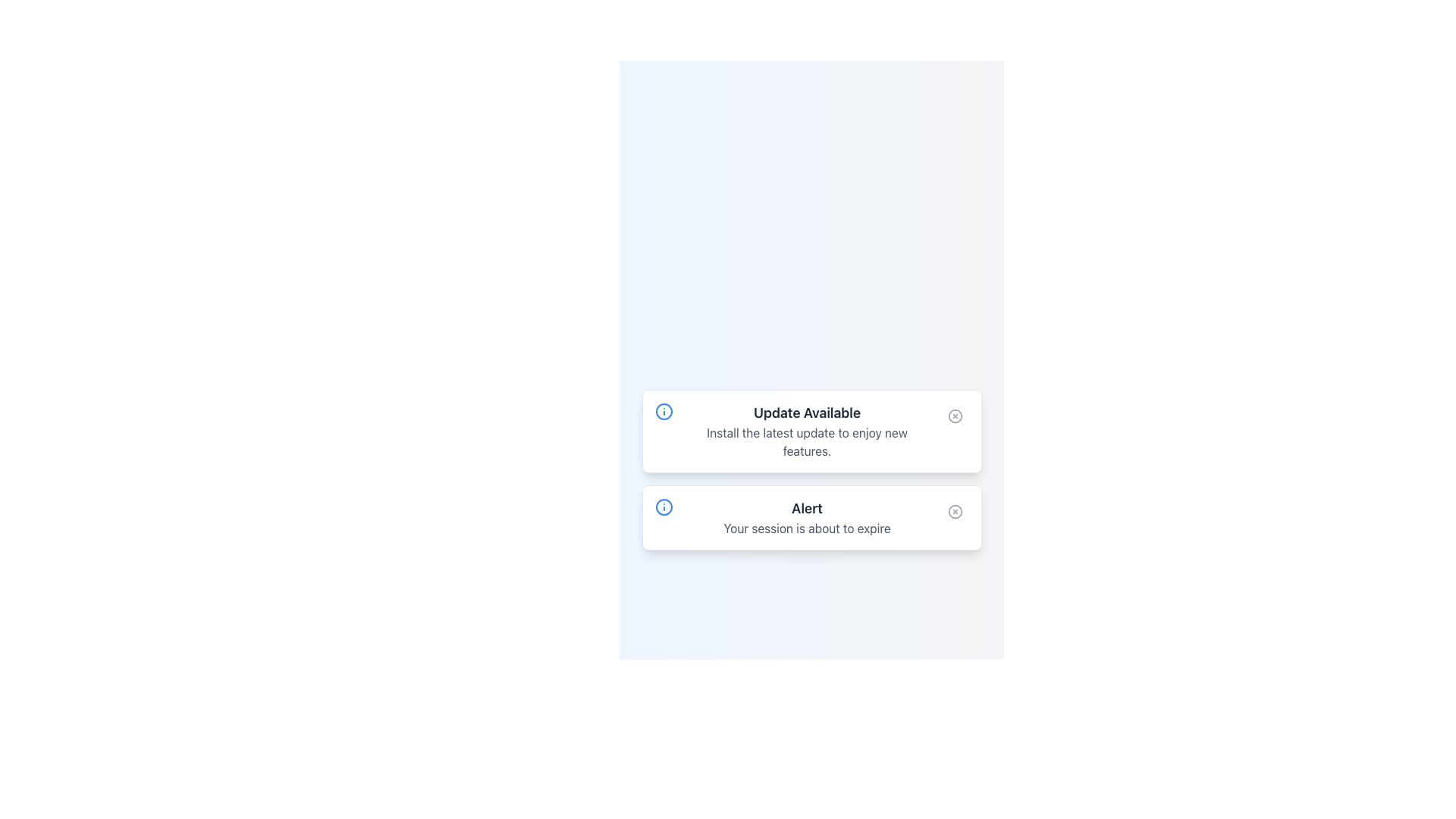  What do you see at coordinates (806, 516) in the screenshot?
I see `the informational alert card that displays 'Alert' and 'Your session is about to expire', located in the second card from the top` at bounding box center [806, 516].